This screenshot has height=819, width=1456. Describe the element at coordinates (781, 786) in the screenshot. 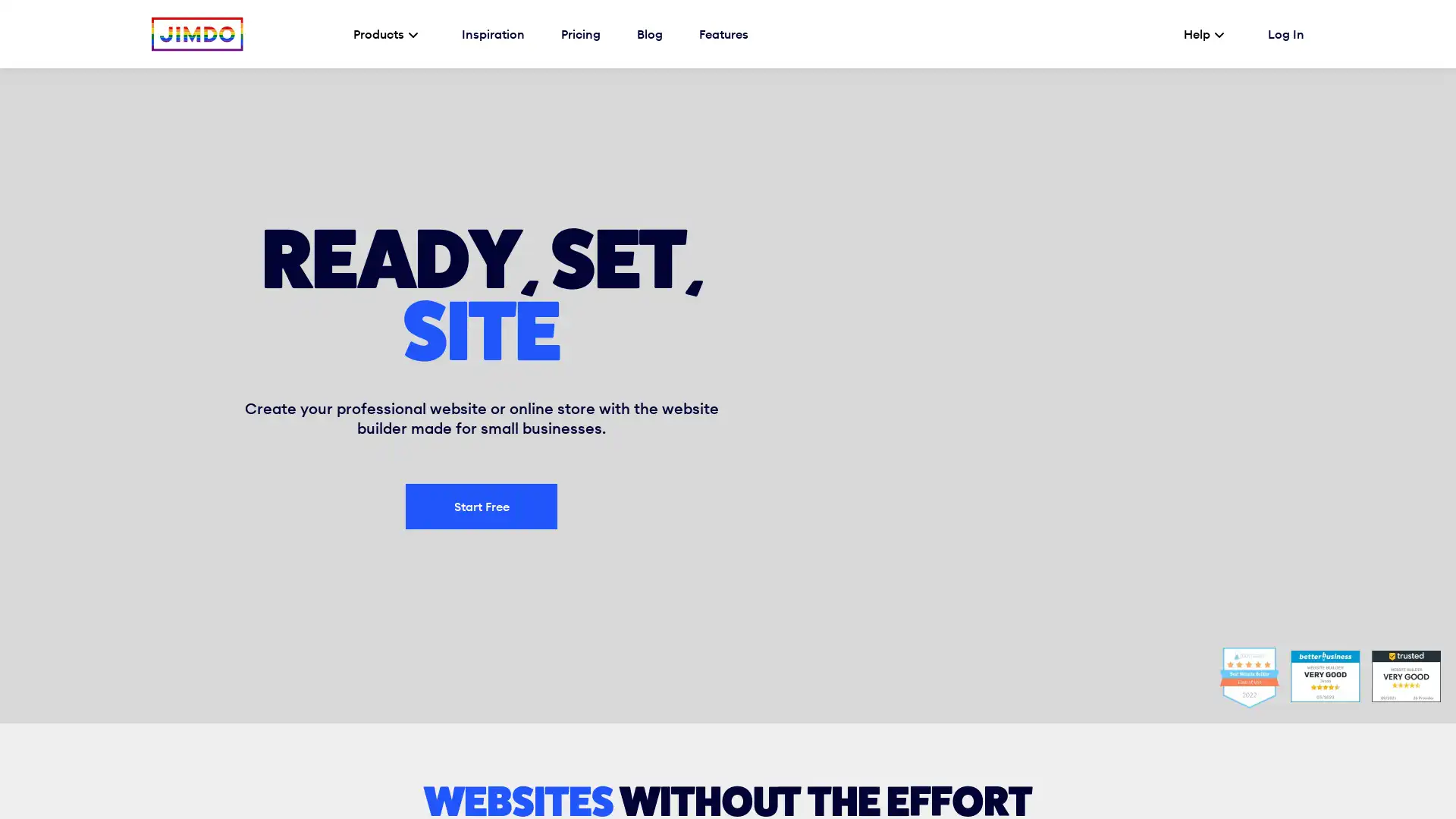

I see `Deny` at that location.